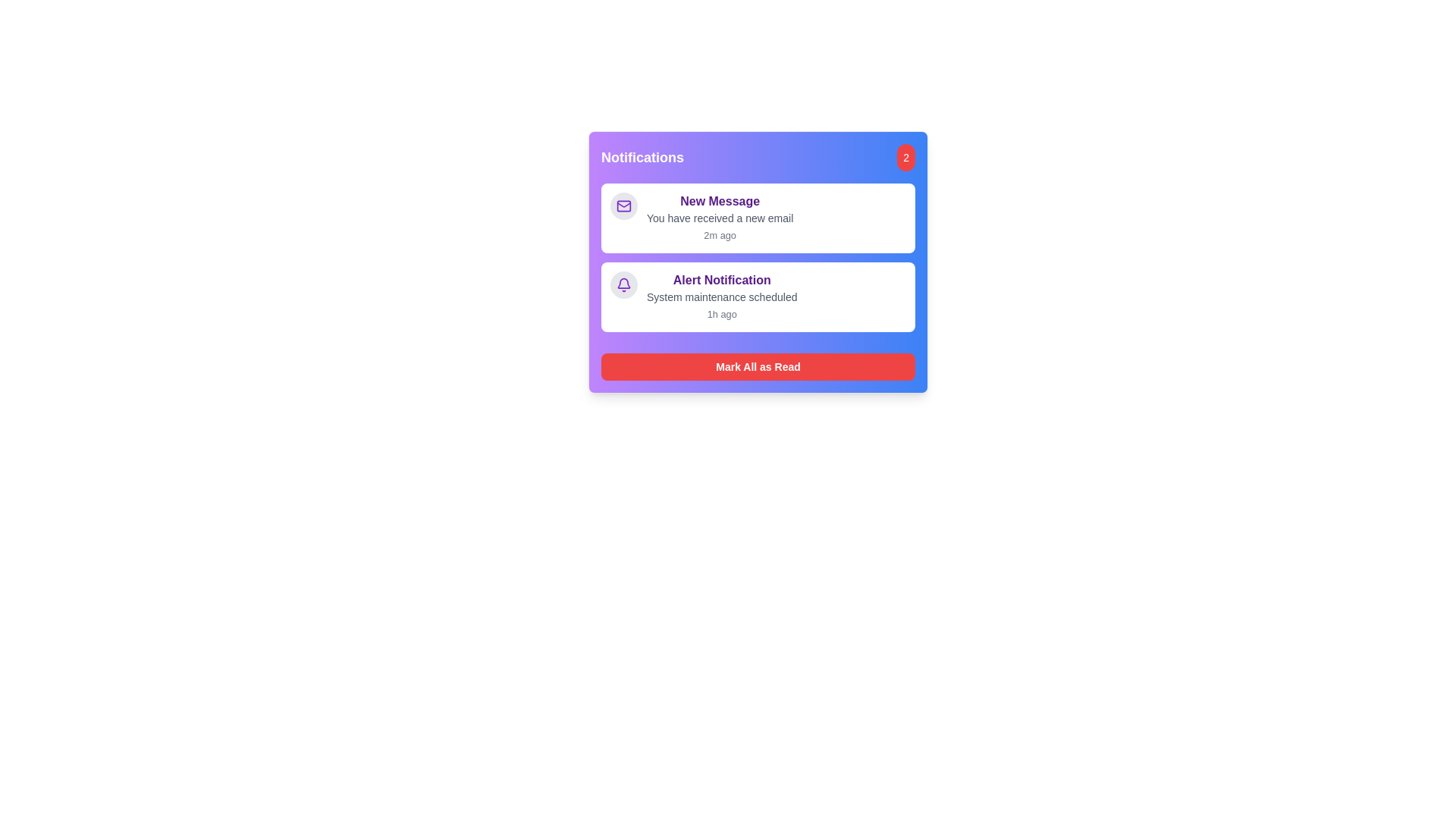 This screenshot has width=1456, height=819. I want to click on the static text that provides additional details for the notification titled 'New Message' in the notifications panel, so click(719, 218).